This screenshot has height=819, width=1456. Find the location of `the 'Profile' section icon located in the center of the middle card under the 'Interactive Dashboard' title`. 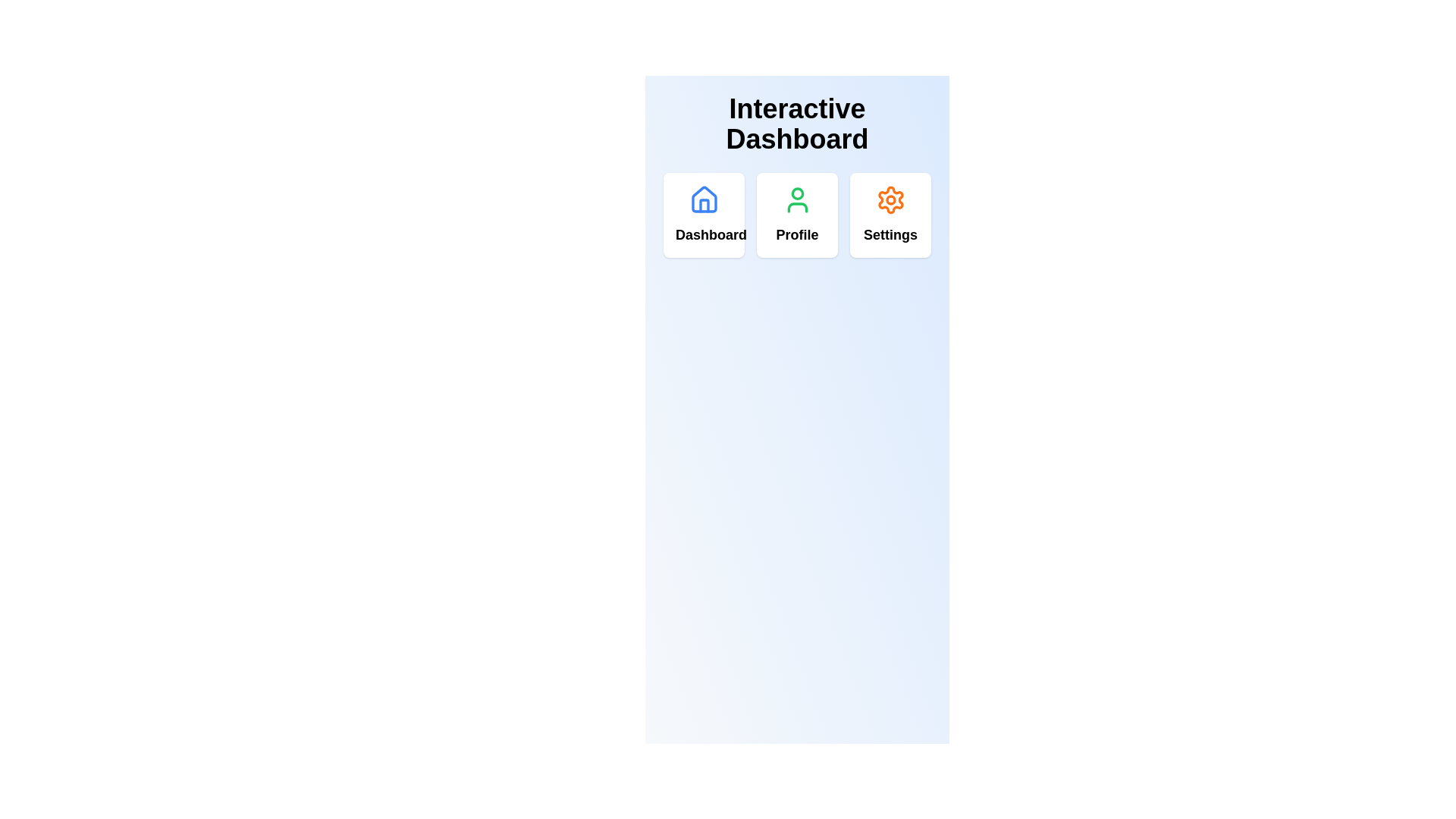

the 'Profile' section icon located in the center of the middle card under the 'Interactive Dashboard' title is located at coordinates (796, 199).